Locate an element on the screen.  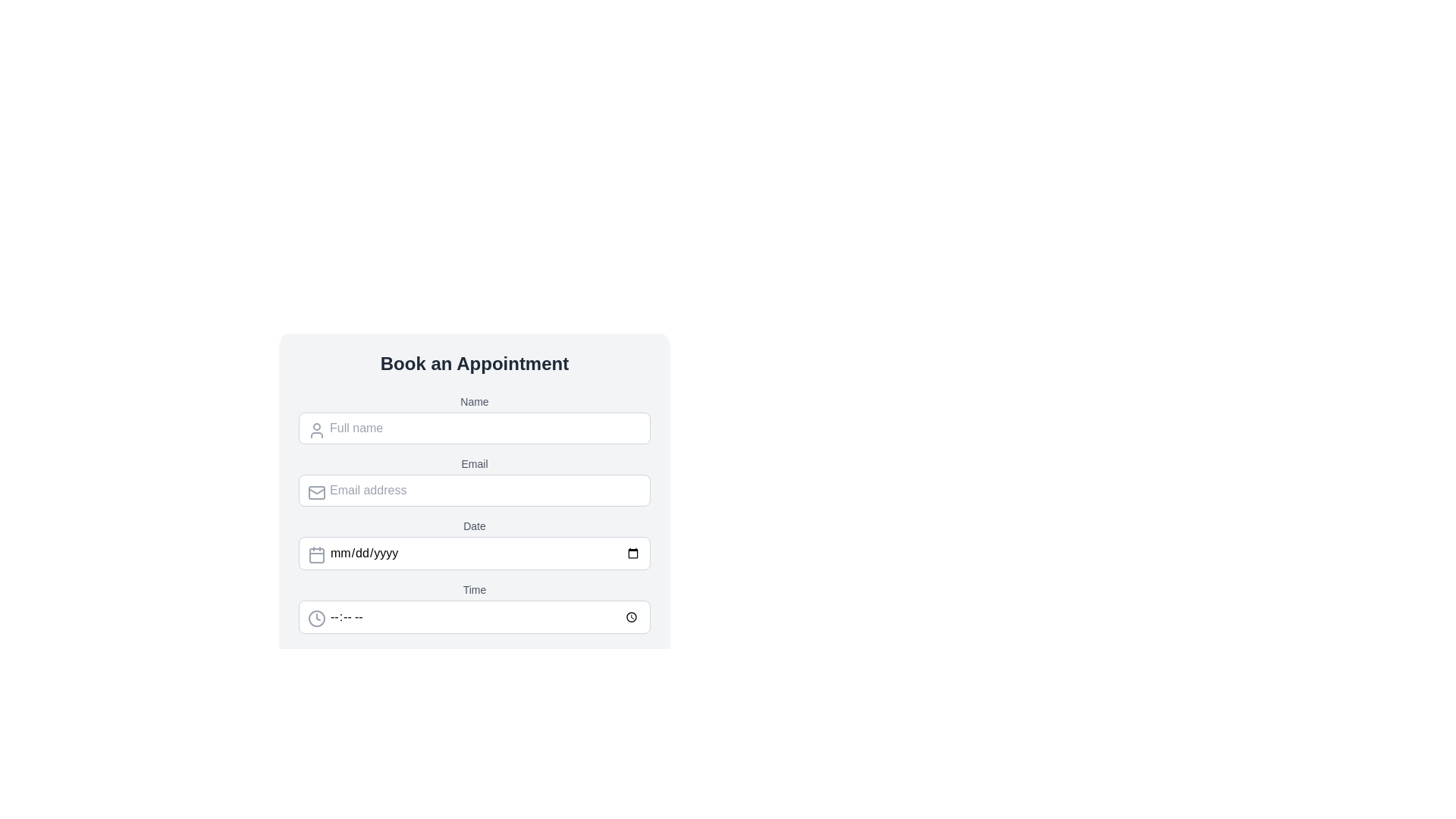
the small mail icon, which is a classic envelope shape styled in light gray and positioned in the left part of the email input field is located at coordinates (315, 493).